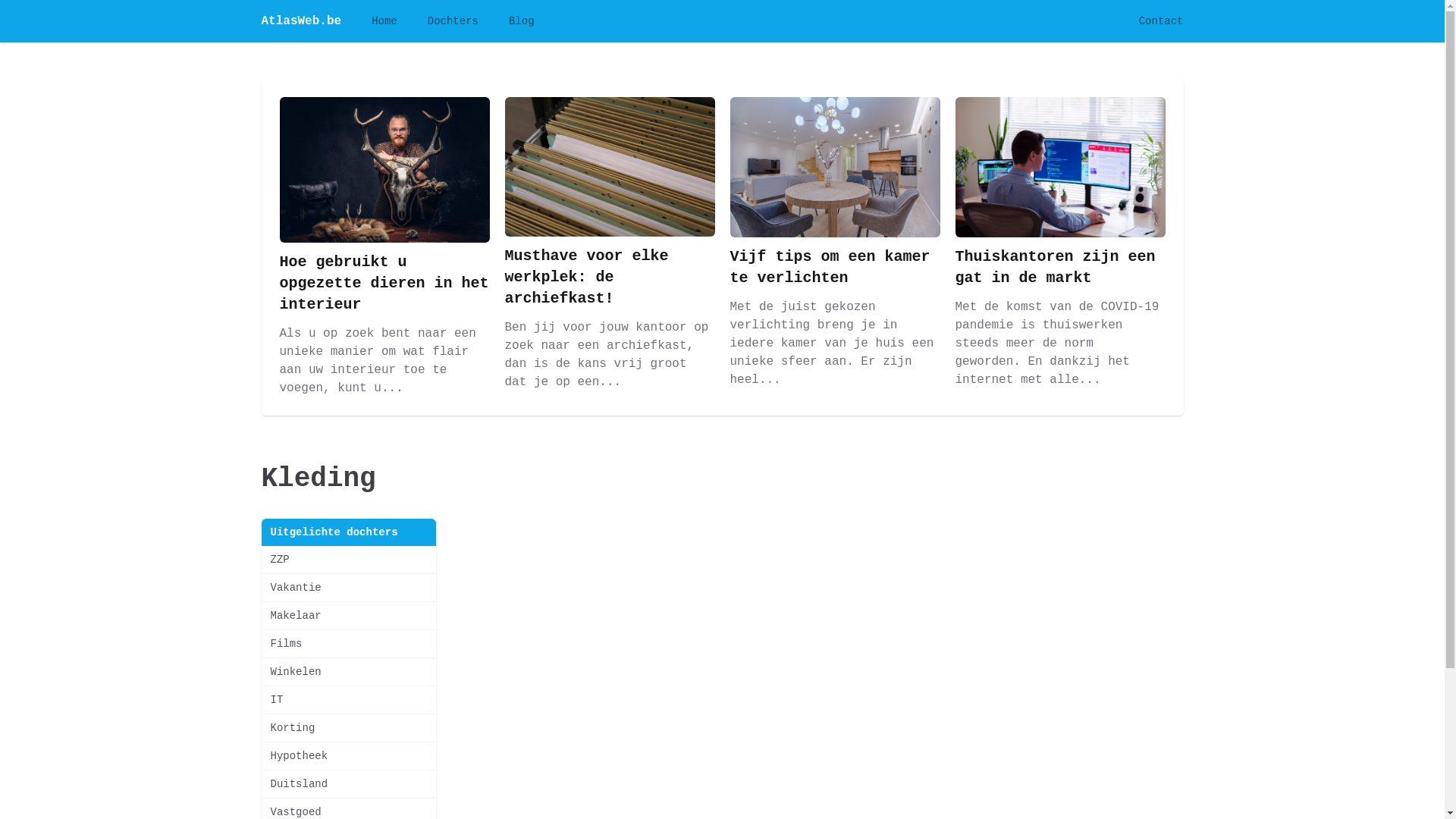  What do you see at coordinates (261, 671) in the screenshot?
I see `'Winkelen'` at bounding box center [261, 671].